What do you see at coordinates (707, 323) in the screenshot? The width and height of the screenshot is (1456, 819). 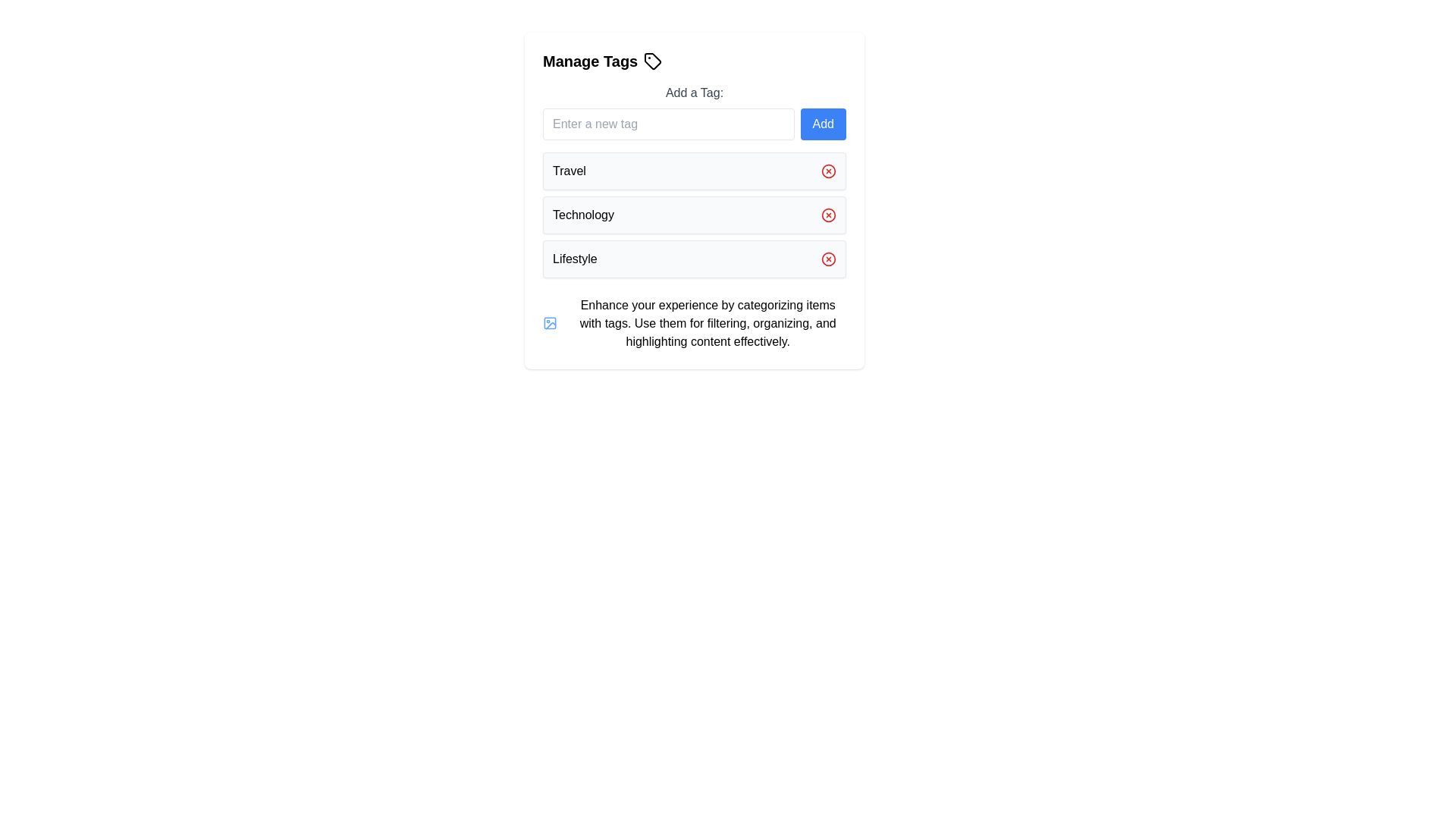 I see `the static text content that reads 'Enhance your experience by categorizing items with tags.' located at the bottom of the 'Manage Tags' section` at bounding box center [707, 323].